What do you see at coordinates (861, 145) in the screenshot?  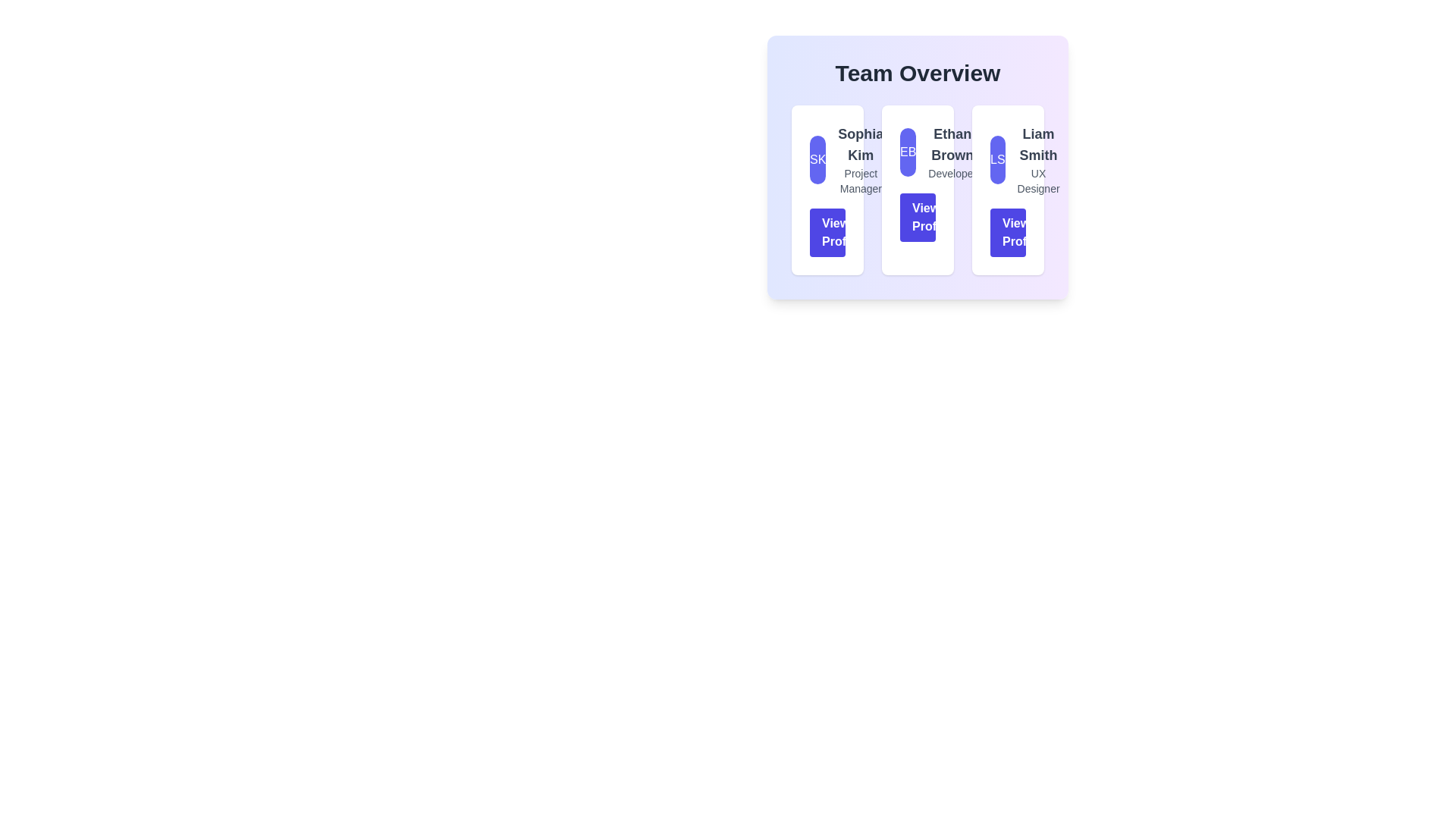 I see `the user's name text label displayed prominently within the profile card in the Team Overview section for additional information` at bounding box center [861, 145].